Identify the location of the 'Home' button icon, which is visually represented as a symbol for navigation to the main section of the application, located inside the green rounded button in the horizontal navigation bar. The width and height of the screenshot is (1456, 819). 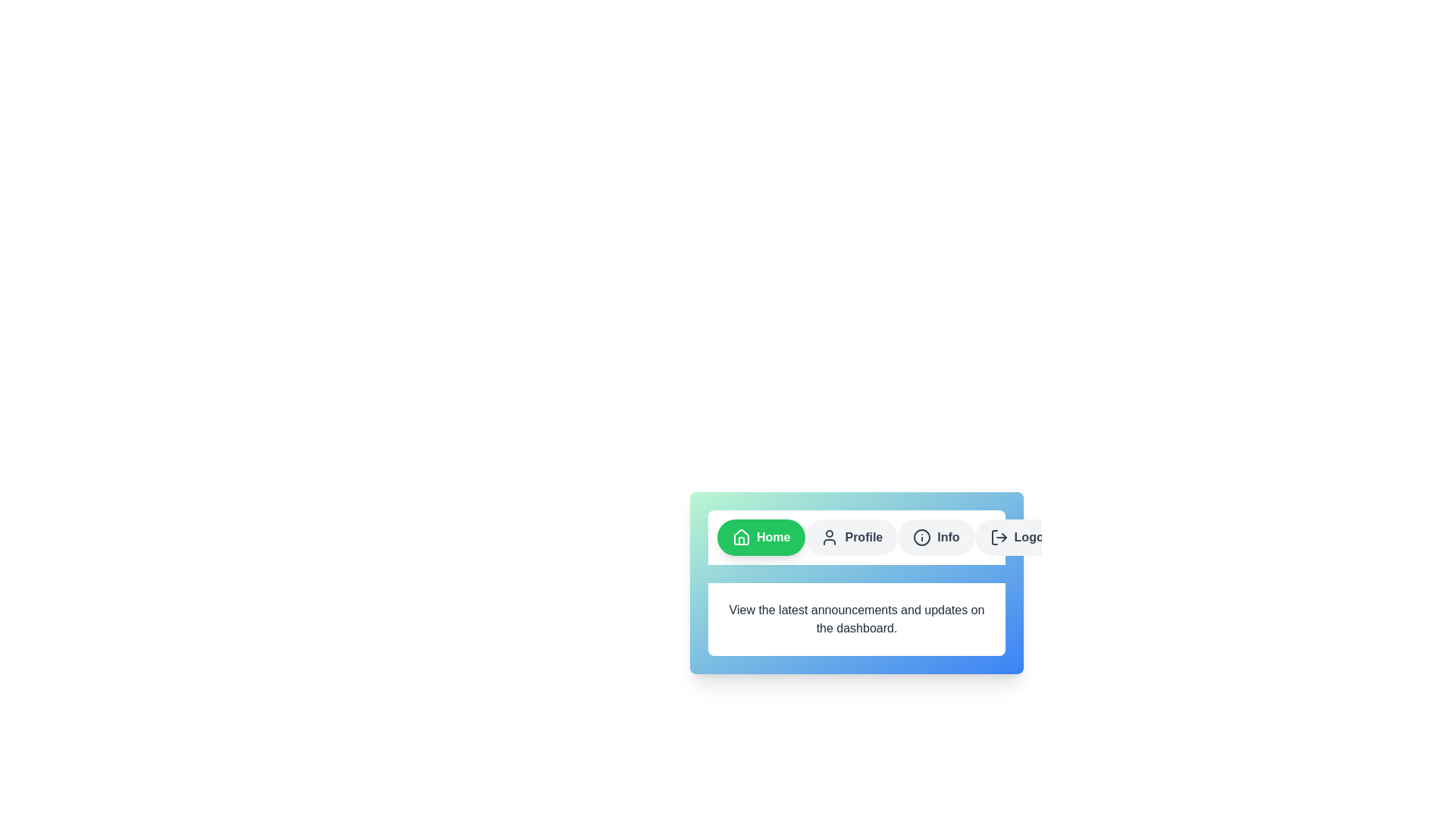
(742, 536).